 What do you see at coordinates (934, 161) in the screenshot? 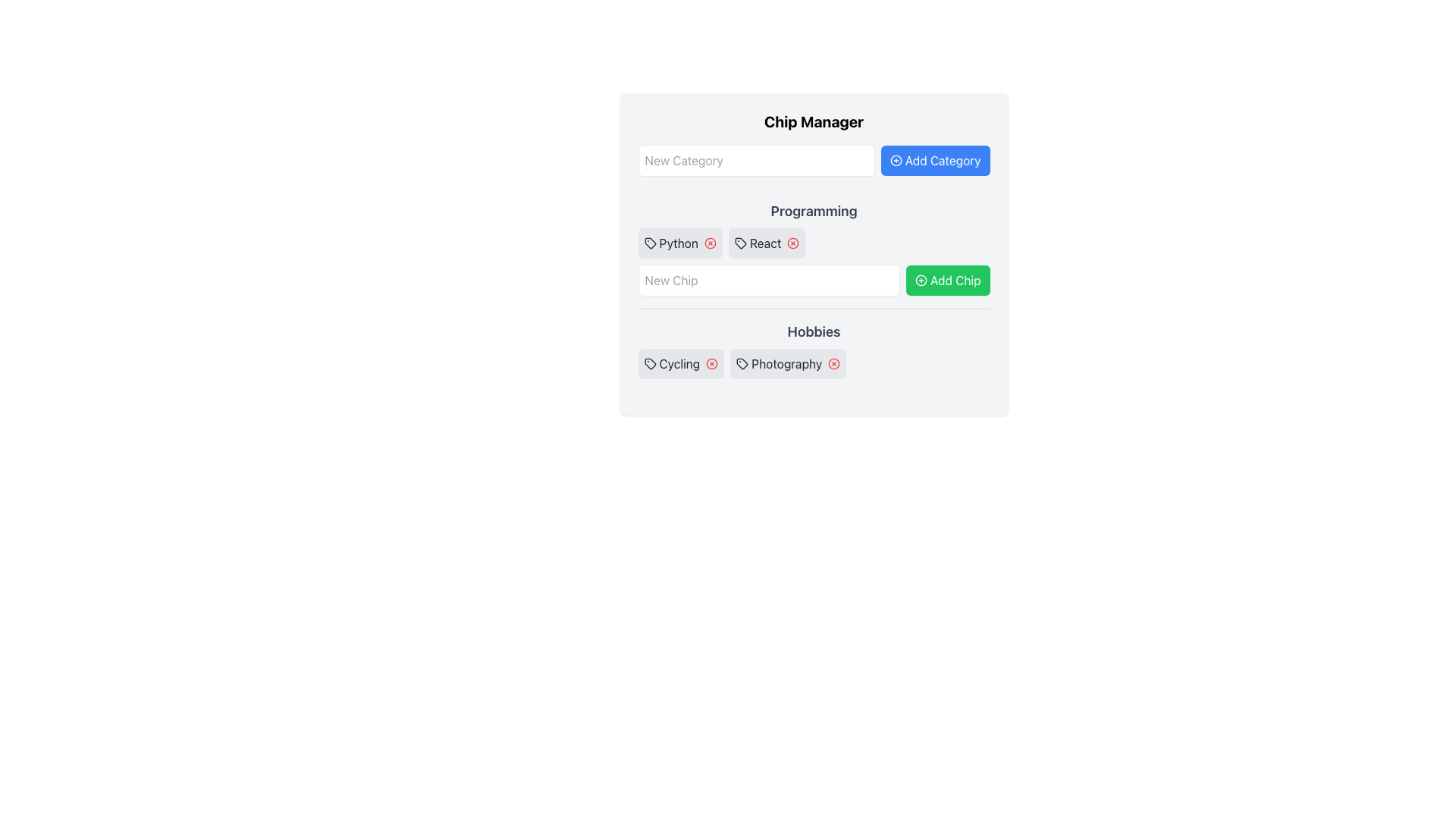
I see `the 'Add Category' button located directly to the right of the text input field with placeholder text 'New Category'` at bounding box center [934, 161].